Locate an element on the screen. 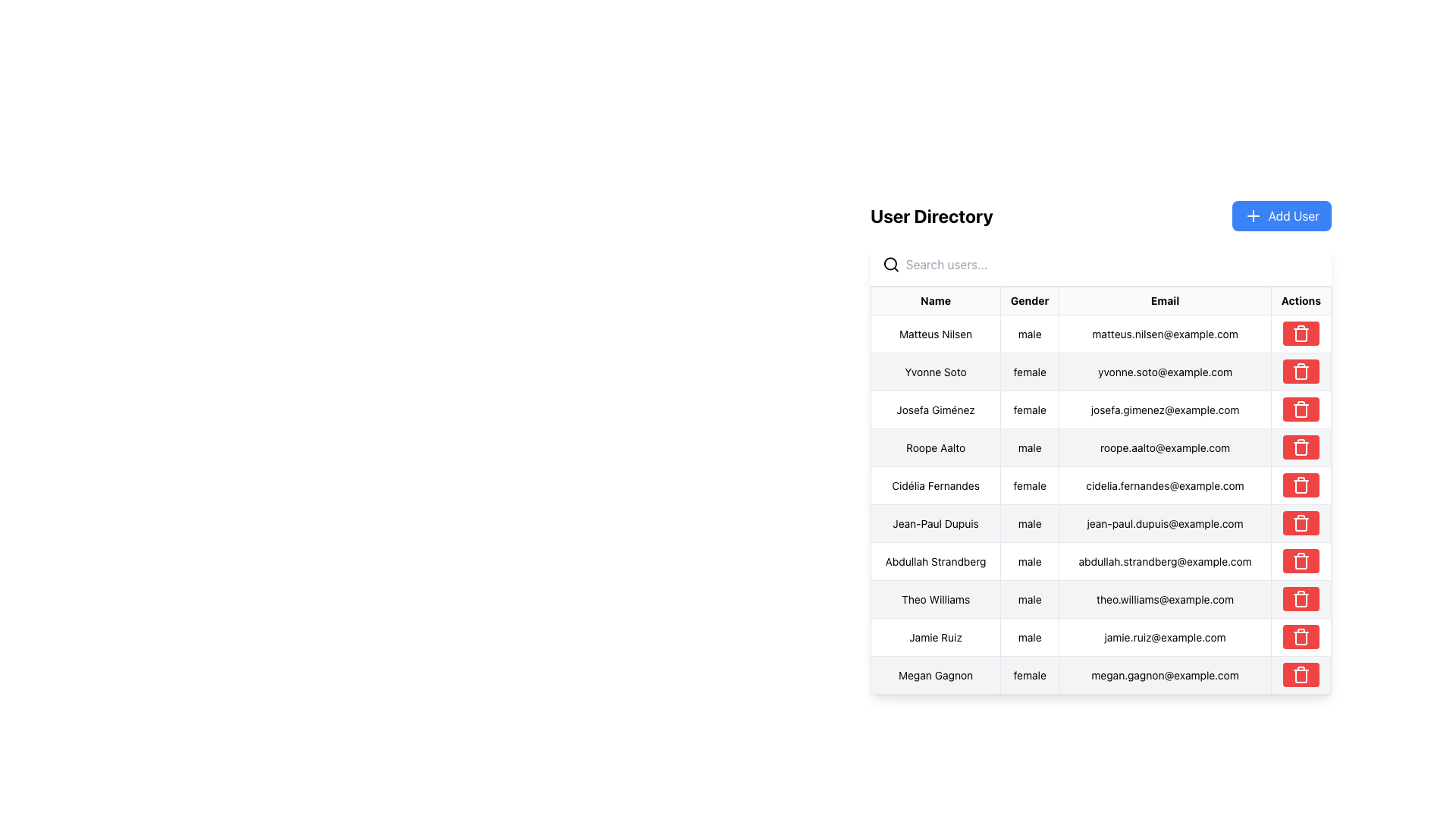 This screenshot has height=819, width=1456. the cross-shaped '+' icon in the blue 'Add User' button located at the top-right corner of the user interface is located at coordinates (1253, 216).